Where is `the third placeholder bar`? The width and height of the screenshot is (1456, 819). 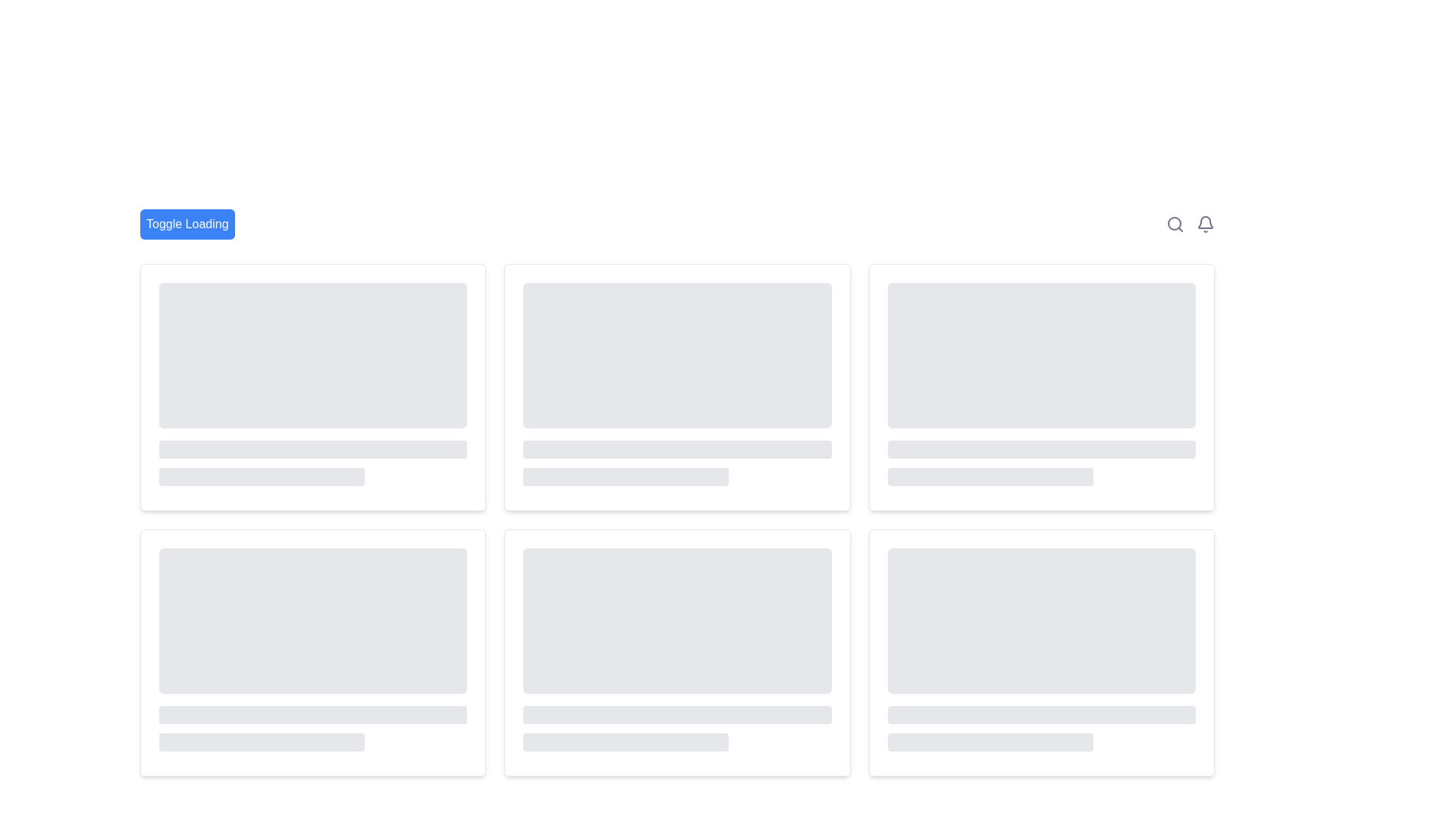 the third placeholder bar is located at coordinates (262, 475).